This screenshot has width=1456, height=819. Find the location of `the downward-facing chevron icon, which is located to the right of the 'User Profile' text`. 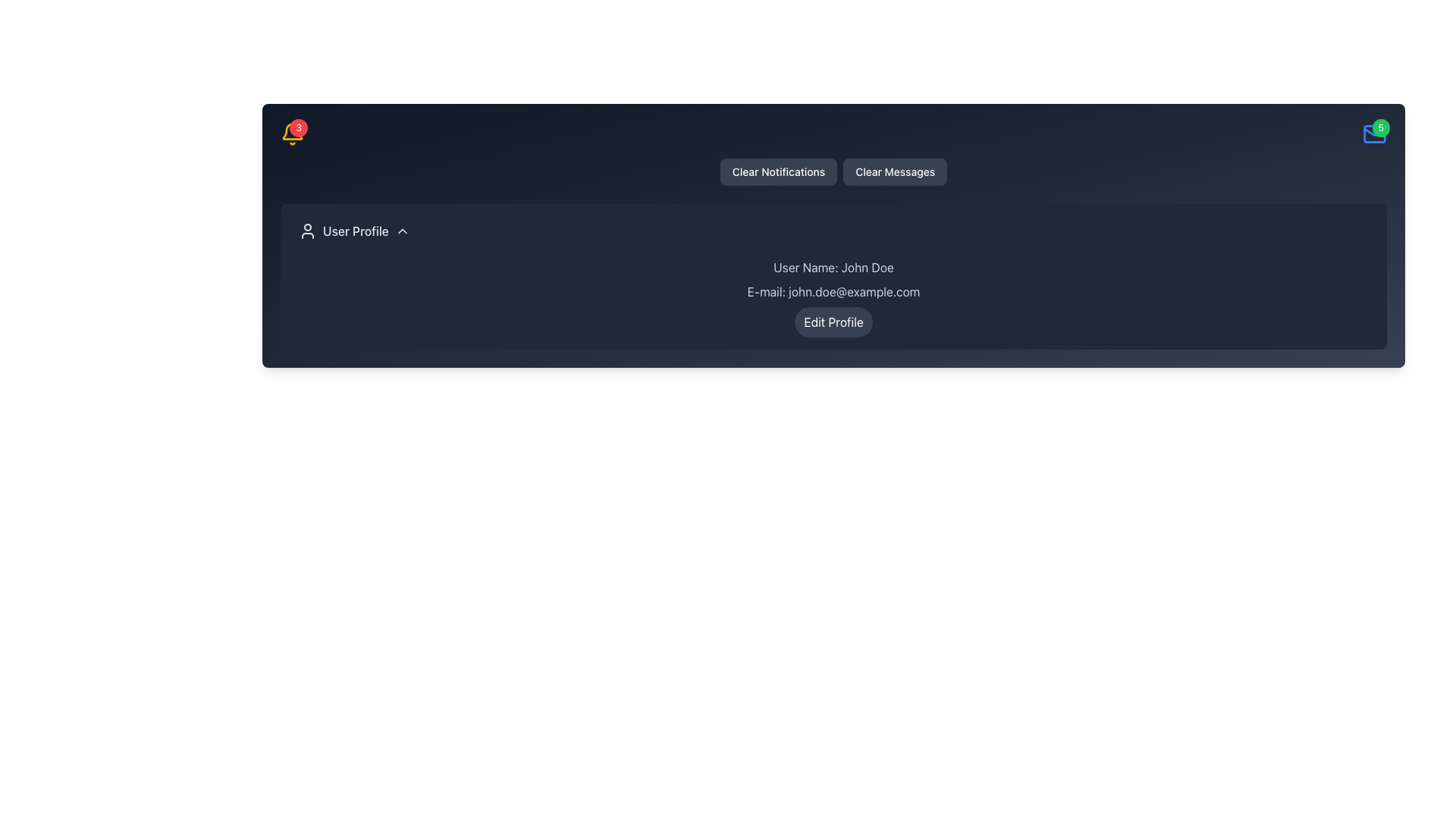

the downward-facing chevron icon, which is located to the right of the 'User Profile' text is located at coordinates (402, 231).